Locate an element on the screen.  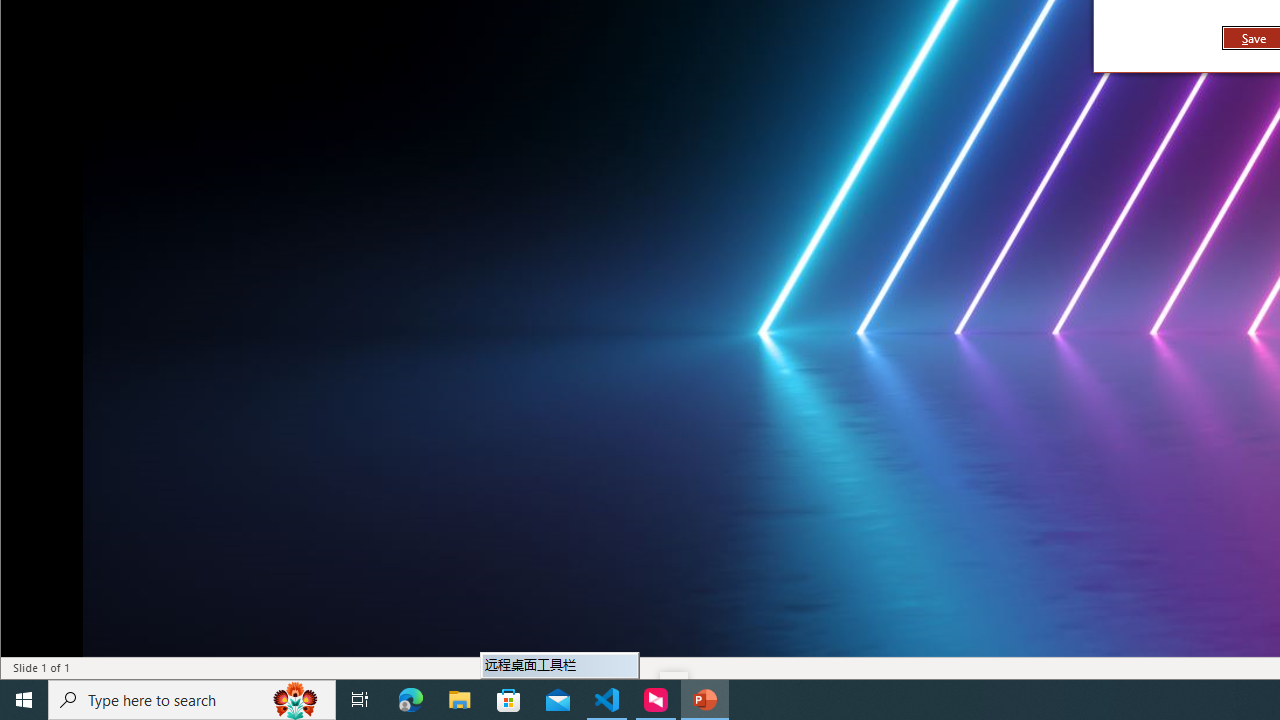
'File Explorer' is located at coordinates (459, 698).